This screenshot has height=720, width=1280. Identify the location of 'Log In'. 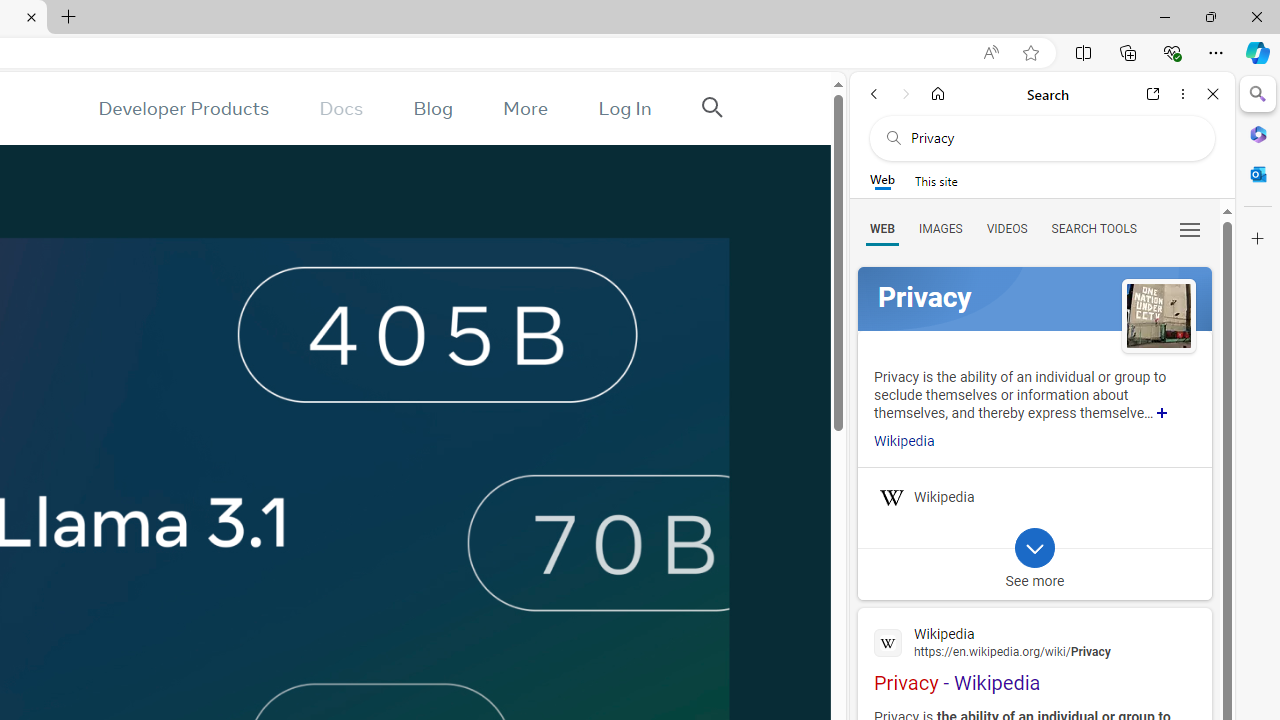
(624, 108).